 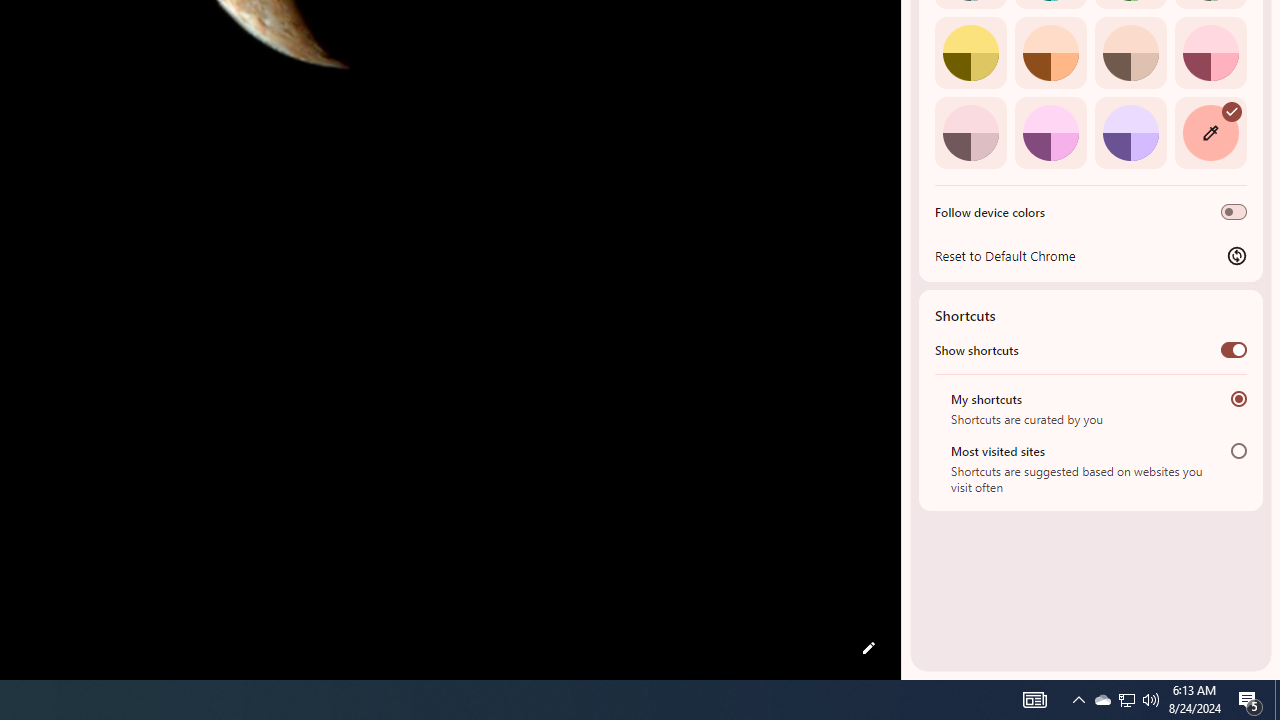 What do you see at coordinates (970, 51) in the screenshot?
I see `'Citron'` at bounding box center [970, 51].